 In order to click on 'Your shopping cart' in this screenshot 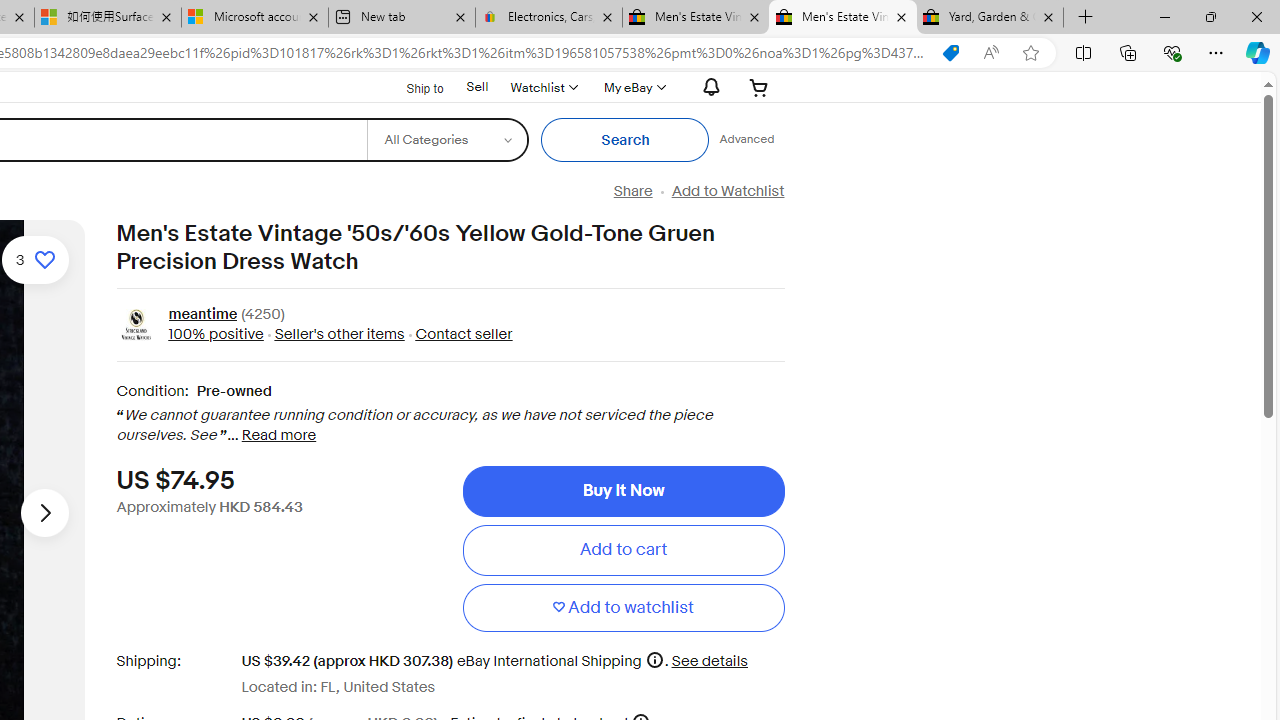, I will do `click(758, 86)`.